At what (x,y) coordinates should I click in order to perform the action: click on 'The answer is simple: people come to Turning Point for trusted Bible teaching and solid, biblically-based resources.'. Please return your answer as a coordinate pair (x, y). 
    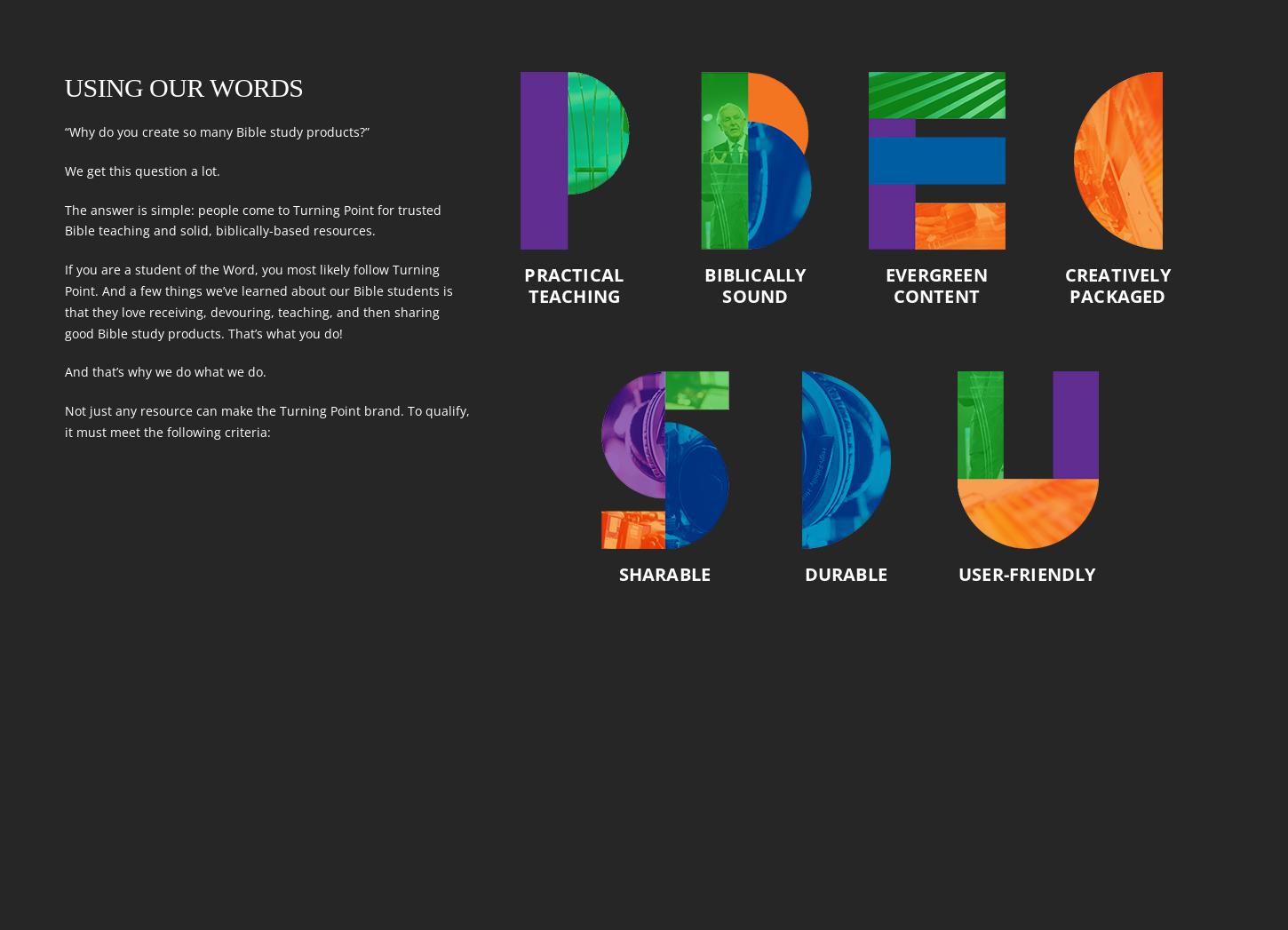
    Looking at the image, I should click on (64, 219).